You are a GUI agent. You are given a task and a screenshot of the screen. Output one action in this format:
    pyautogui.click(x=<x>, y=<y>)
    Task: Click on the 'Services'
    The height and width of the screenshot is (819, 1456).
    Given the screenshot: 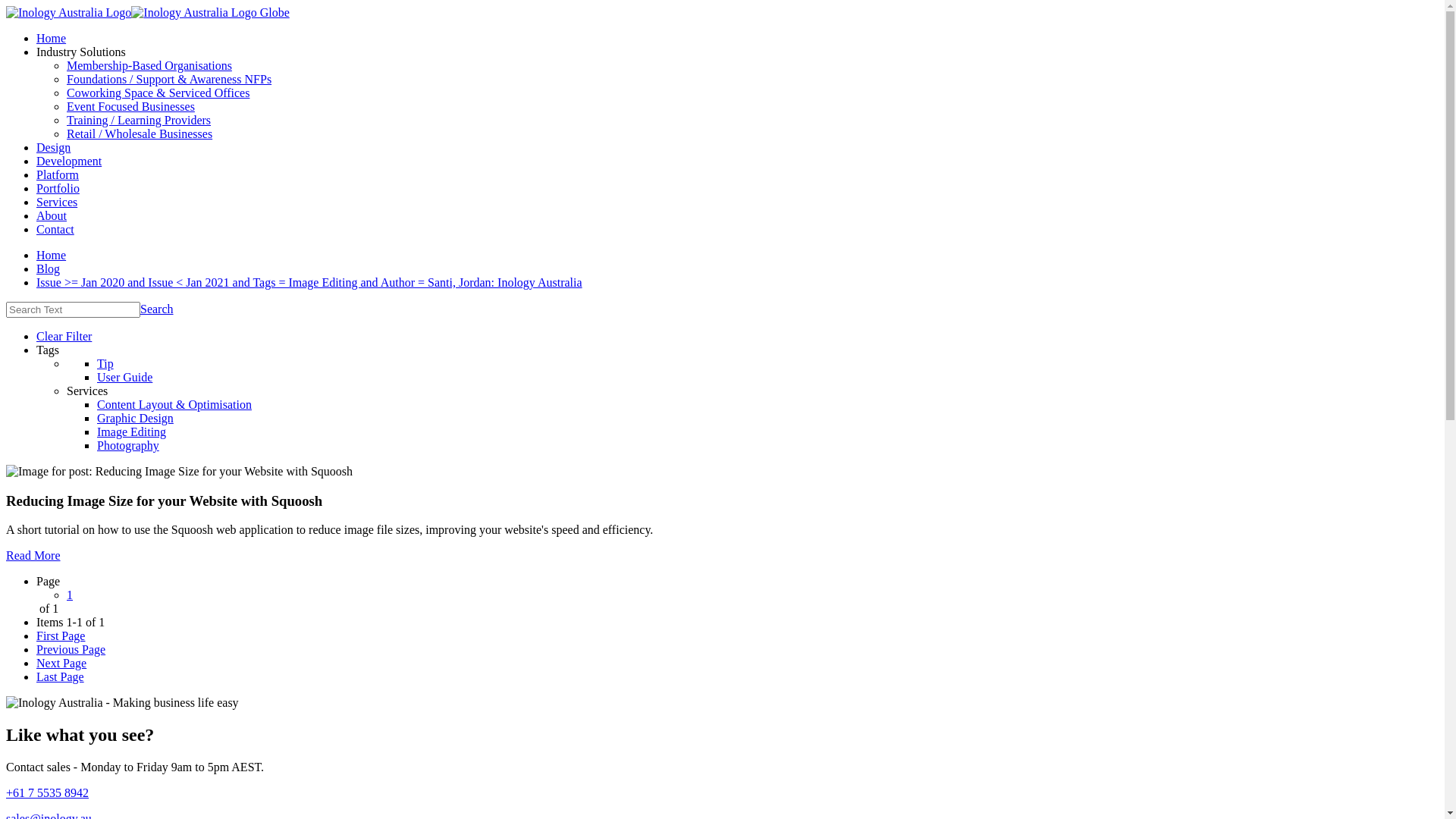 What is the action you would take?
    pyautogui.click(x=57, y=201)
    